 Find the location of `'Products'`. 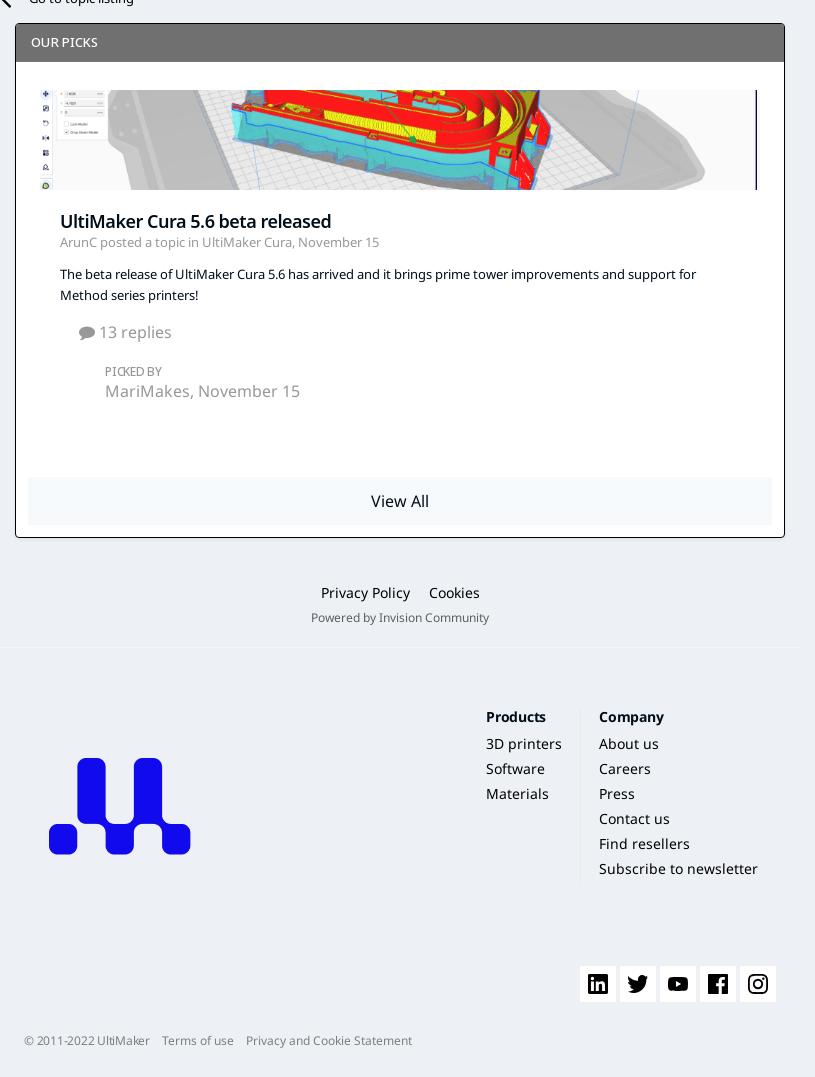

'Products' is located at coordinates (515, 715).